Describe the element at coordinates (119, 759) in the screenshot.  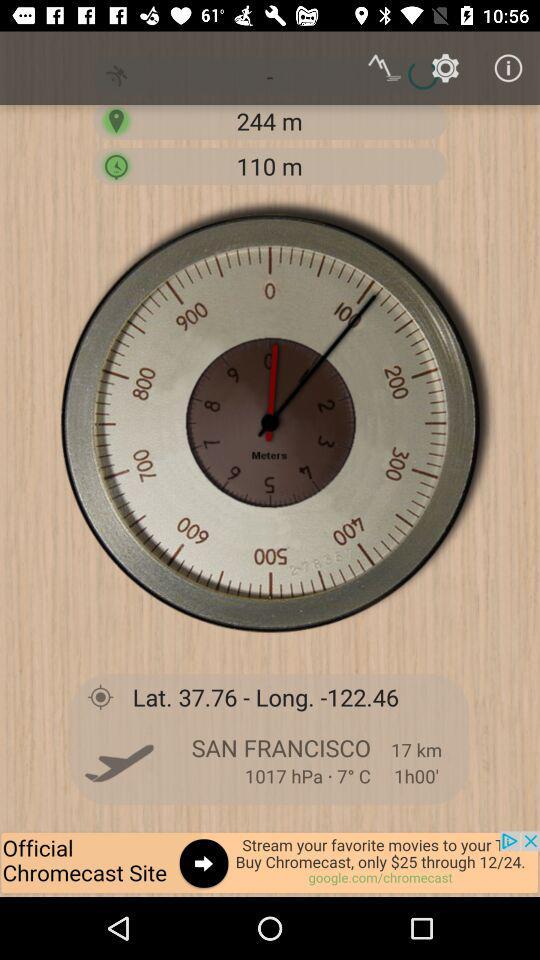
I see `the icon shown below location icon at the bottom of the page` at that location.